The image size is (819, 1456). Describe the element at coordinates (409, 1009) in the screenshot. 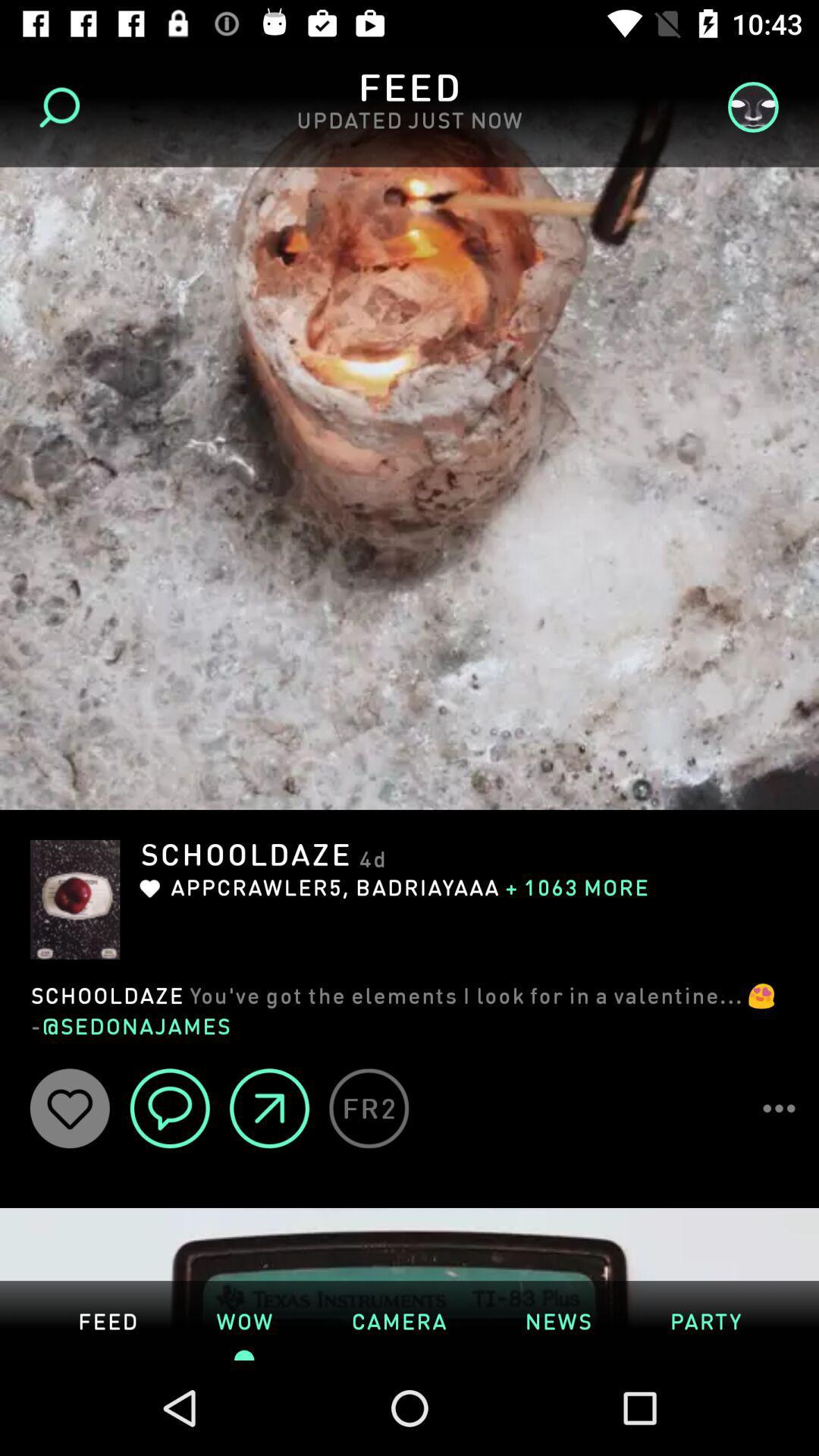

I see `schooldazes comment sedonajames` at that location.